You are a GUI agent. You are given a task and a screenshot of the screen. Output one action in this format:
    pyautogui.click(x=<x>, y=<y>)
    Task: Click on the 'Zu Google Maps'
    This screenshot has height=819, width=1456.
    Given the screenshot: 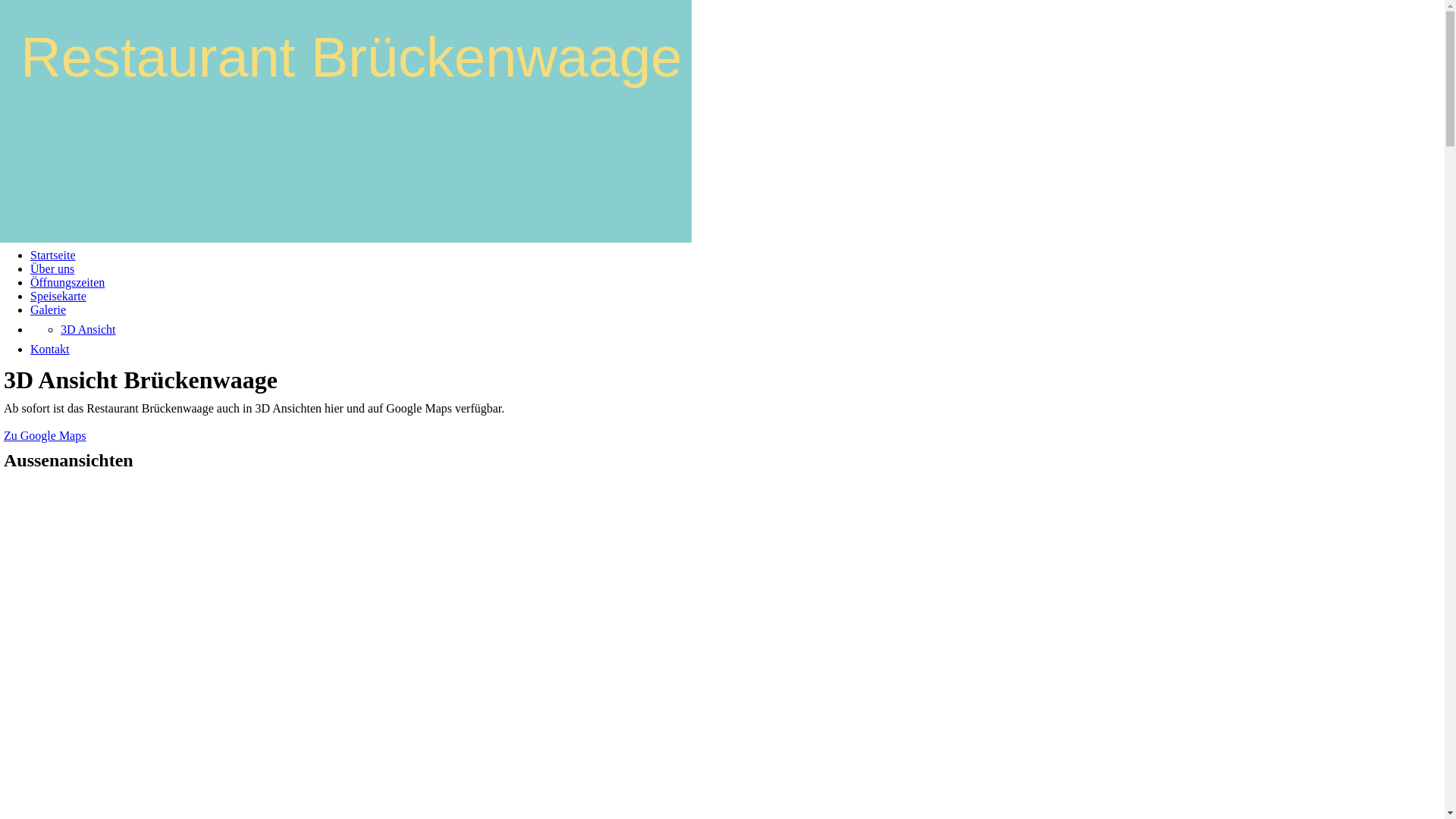 What is the action you would take?
    pyautogui.click(x=44, y=435)
    